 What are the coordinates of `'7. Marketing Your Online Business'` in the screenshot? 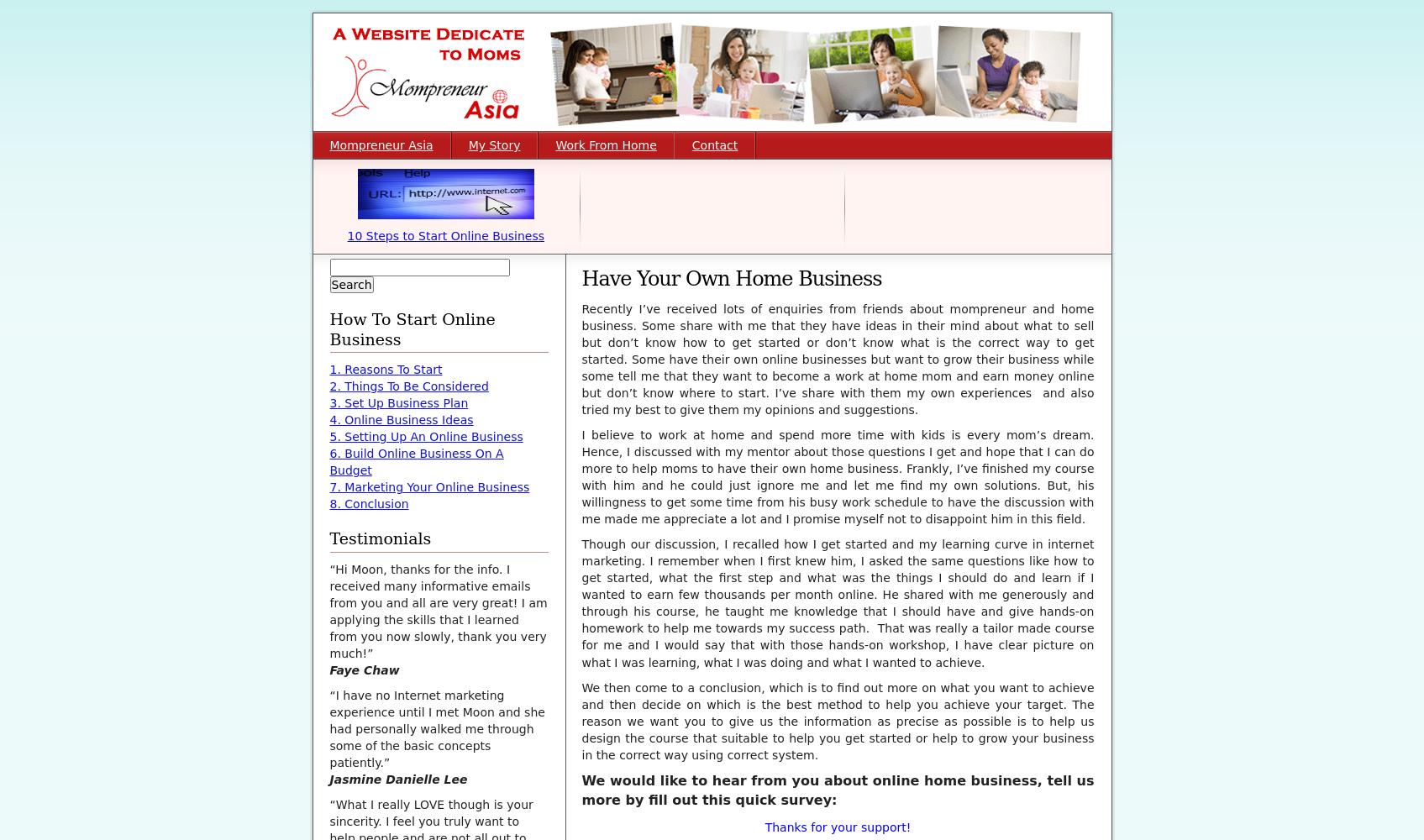 It's located at (428, 486).